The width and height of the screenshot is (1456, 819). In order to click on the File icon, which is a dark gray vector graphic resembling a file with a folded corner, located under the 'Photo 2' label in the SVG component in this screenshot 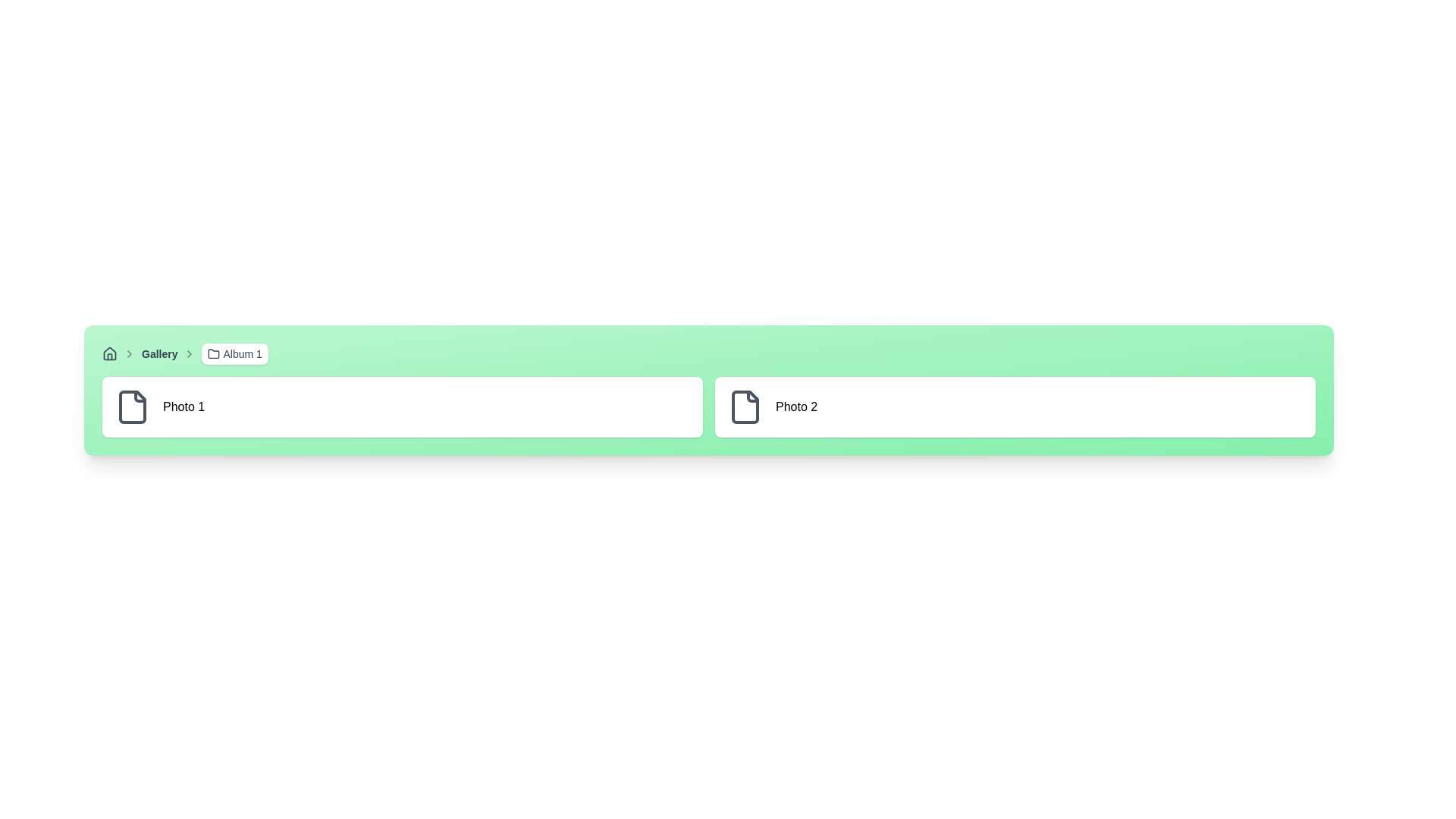, I will do `click(745, 406)`.